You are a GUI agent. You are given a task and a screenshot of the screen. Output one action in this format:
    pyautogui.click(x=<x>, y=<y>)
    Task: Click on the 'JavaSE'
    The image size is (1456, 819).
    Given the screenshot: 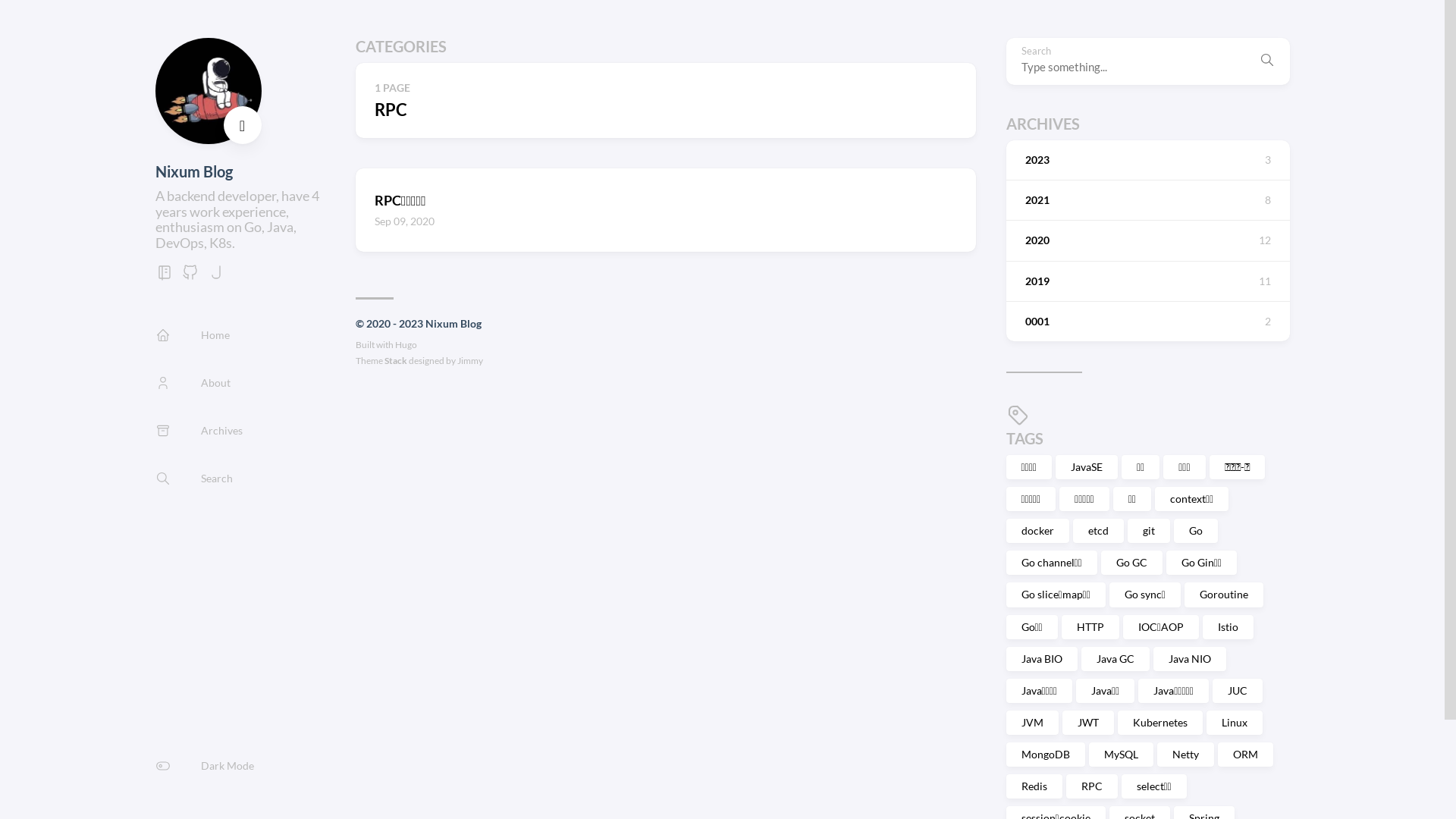 What is the action you would take?
    pyautogui.click(x=1086, y=466)
    